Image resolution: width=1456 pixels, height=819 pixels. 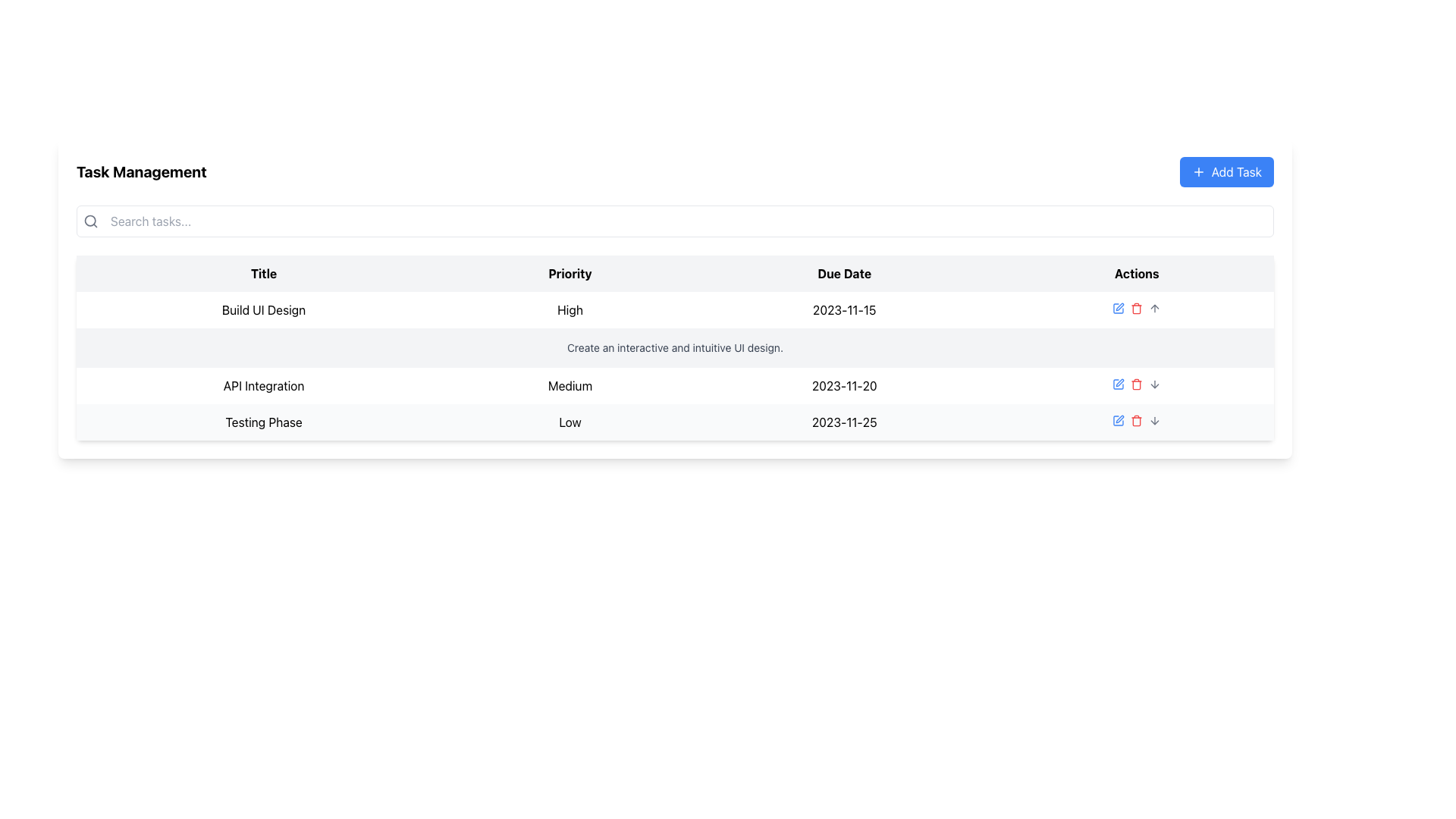 What do you see at coordinates (1226, 171) in the screenshot?
I see `the blue rectangular button labeled 'Add Task' located at the top-right corner of the interface` at bounding box center [1226, 171].